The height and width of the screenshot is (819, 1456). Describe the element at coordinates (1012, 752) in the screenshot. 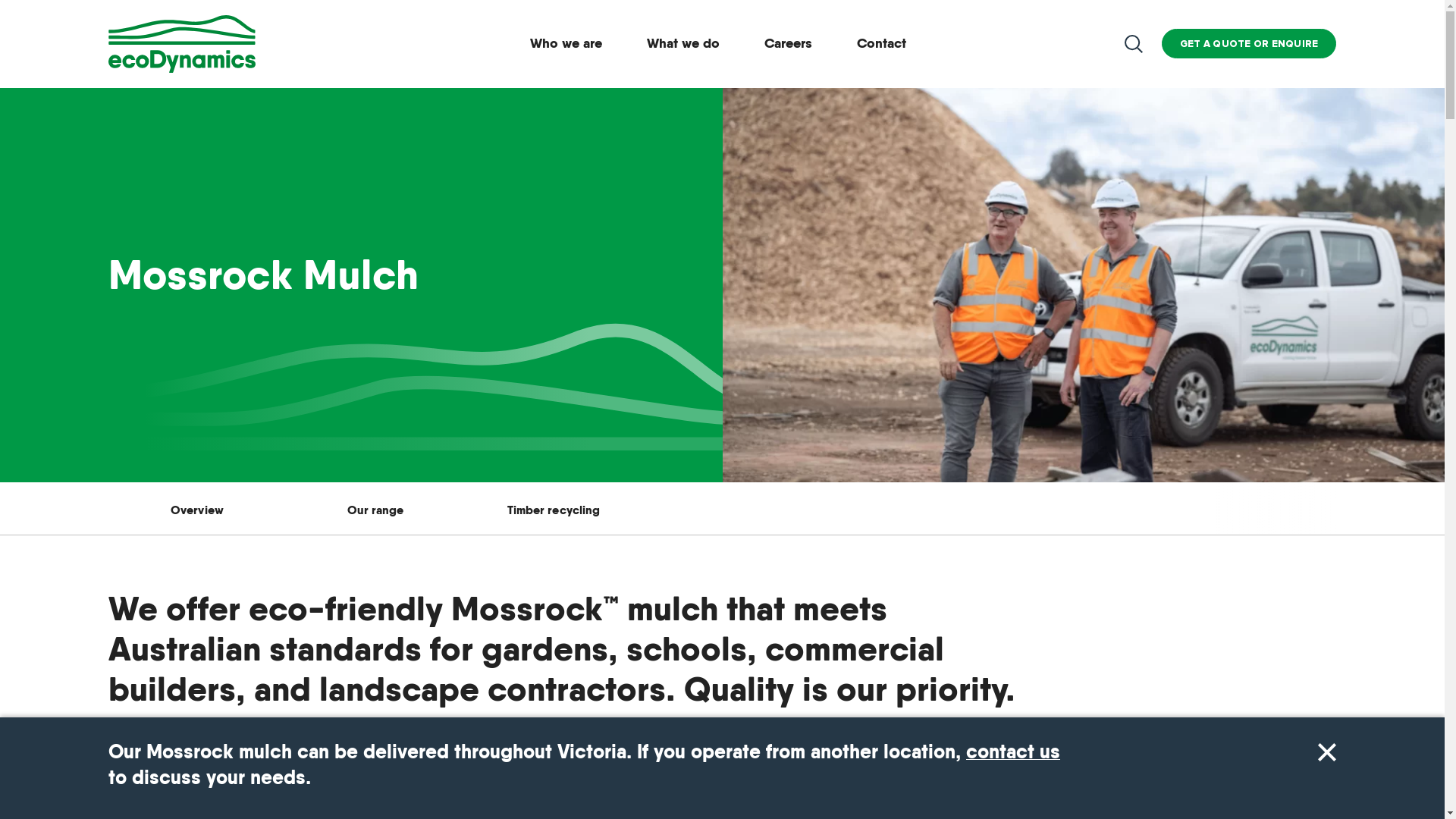

I see `'contact us'` at that location.